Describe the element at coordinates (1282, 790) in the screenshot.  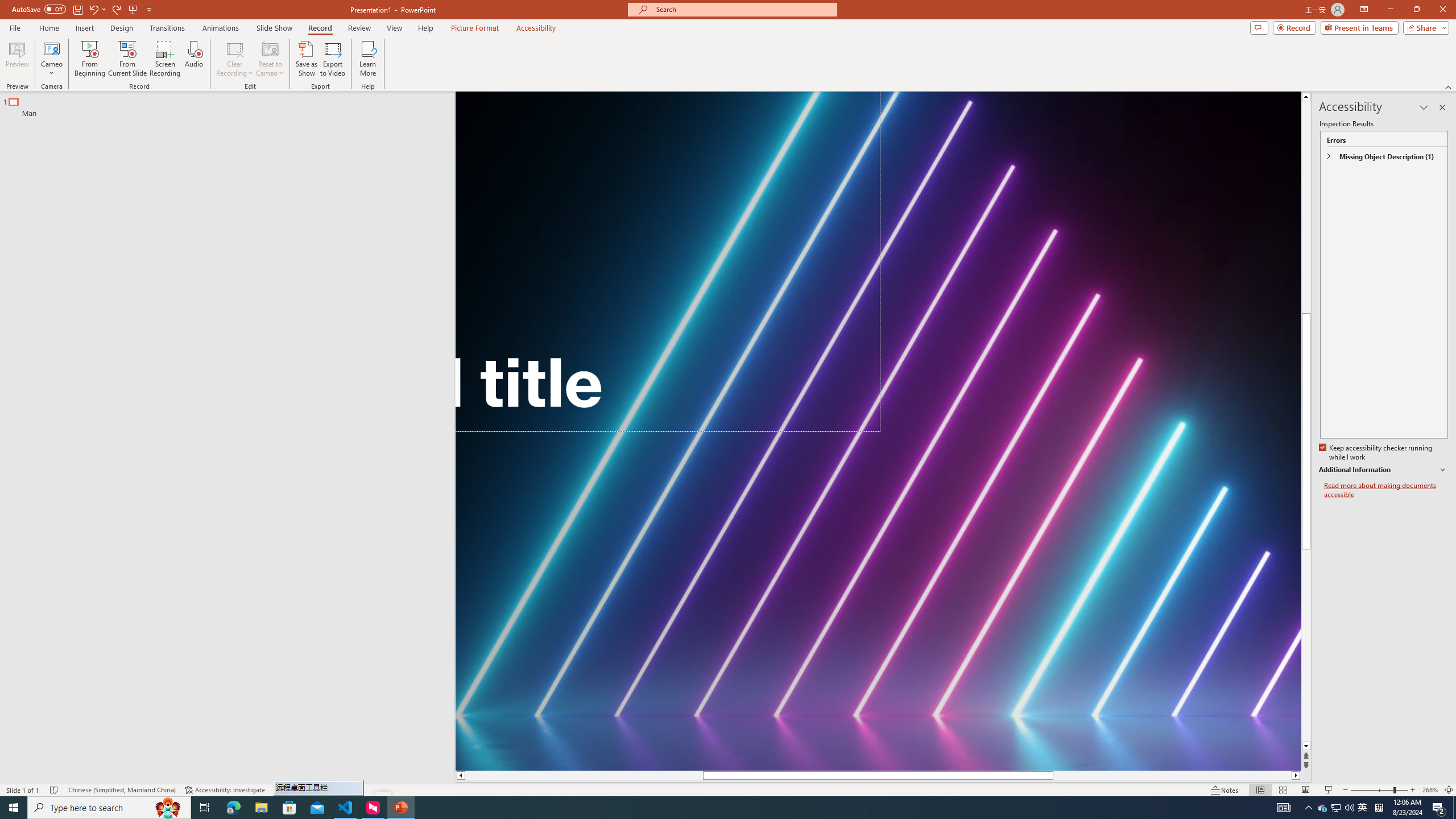
I see `'Slide Sorter'` at that location.